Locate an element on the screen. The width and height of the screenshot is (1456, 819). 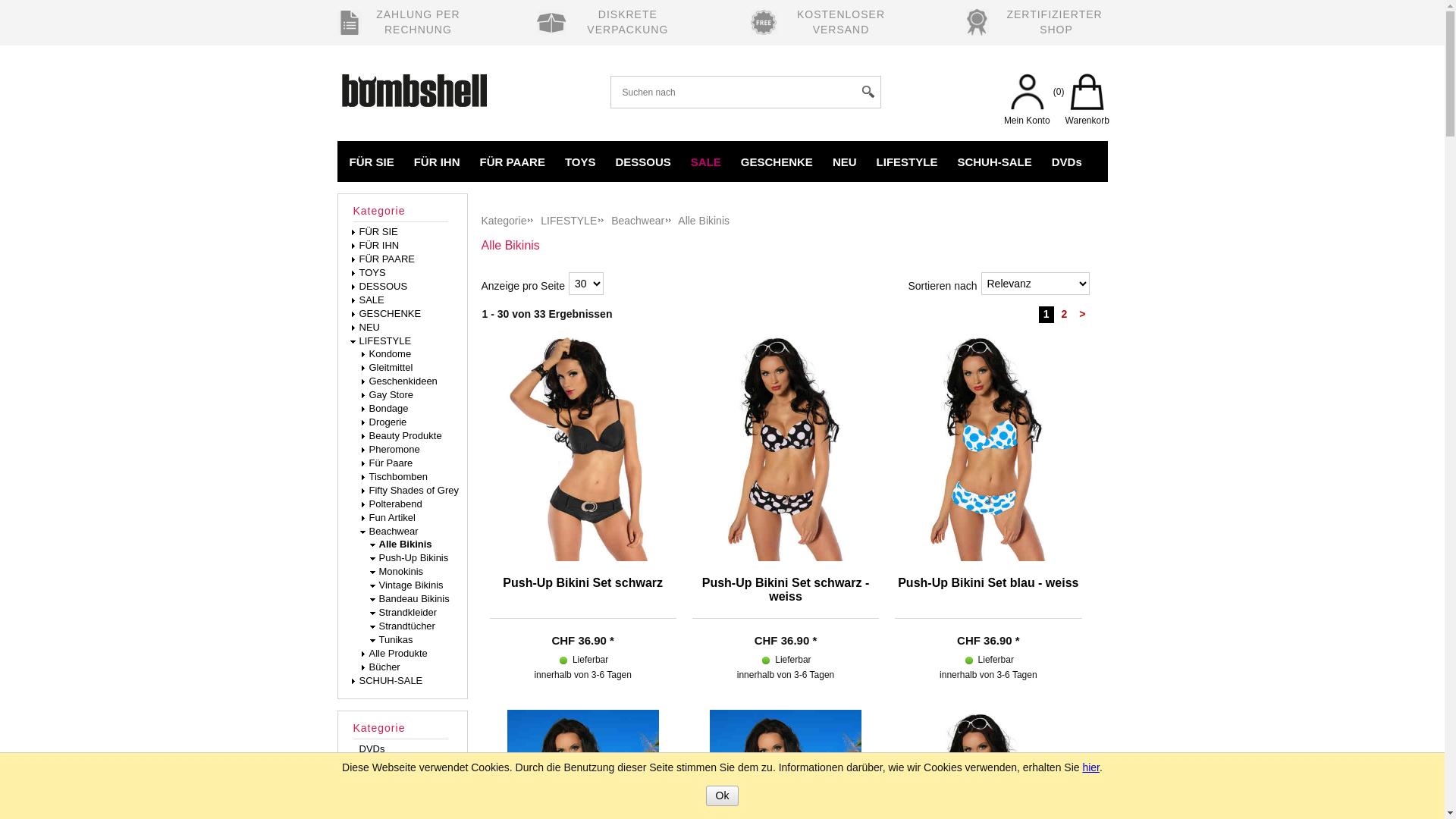
'Ok' is located at coordinates (705, 795).